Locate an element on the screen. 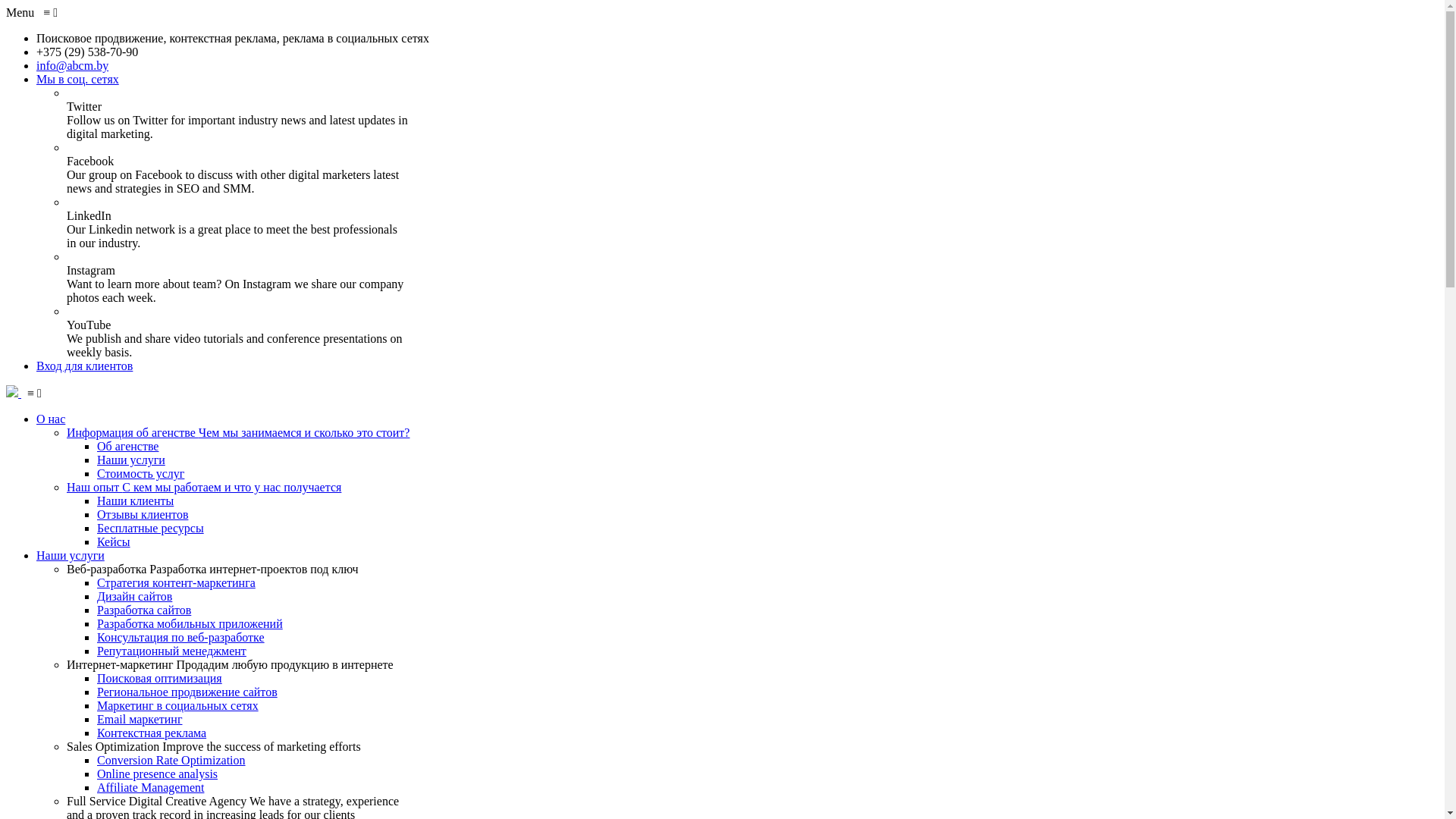  'ABC Marketing' is located at coordinates (14, 392).